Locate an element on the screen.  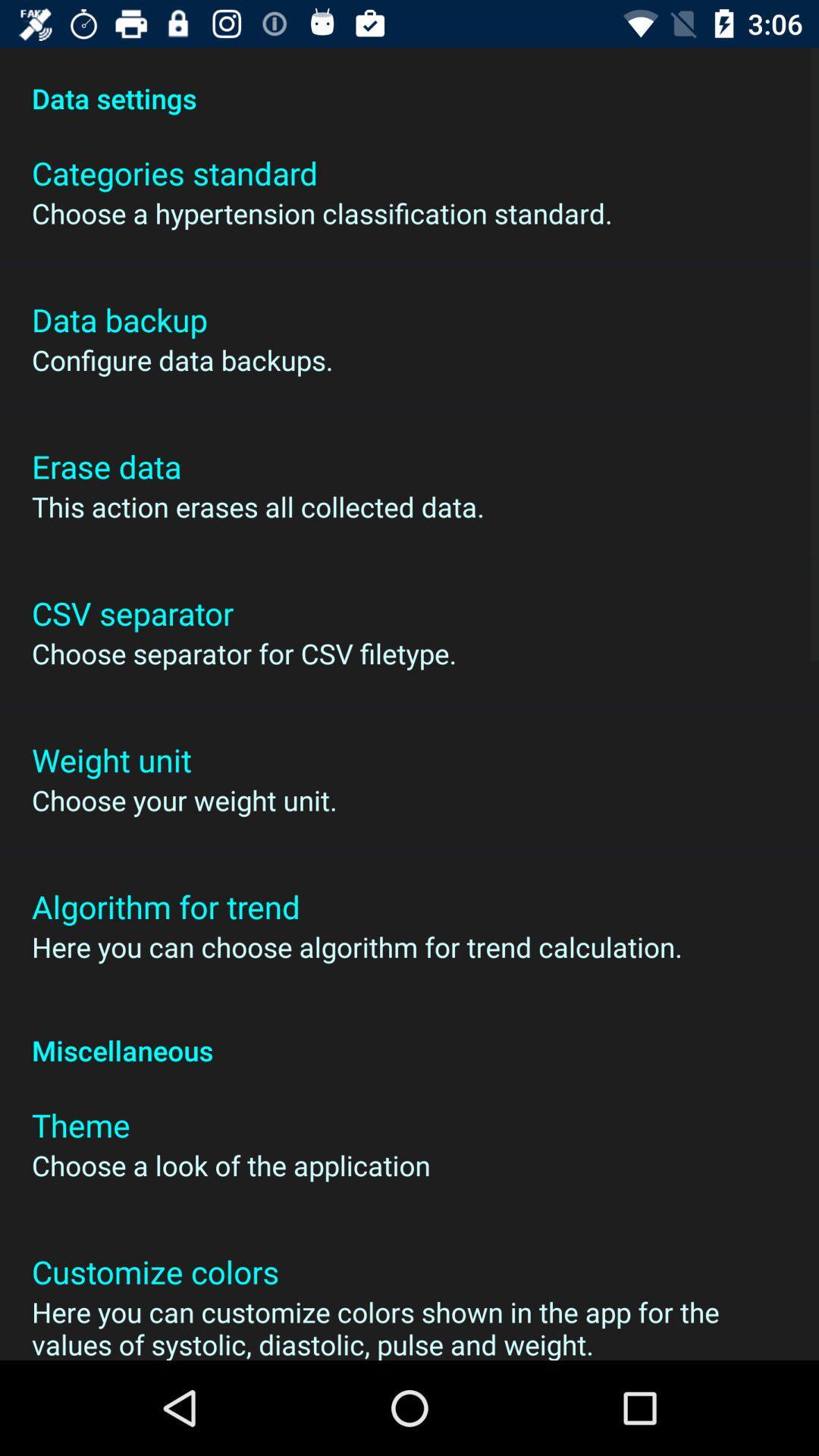
app above the this action erases item is located at coordinates (105, 465).